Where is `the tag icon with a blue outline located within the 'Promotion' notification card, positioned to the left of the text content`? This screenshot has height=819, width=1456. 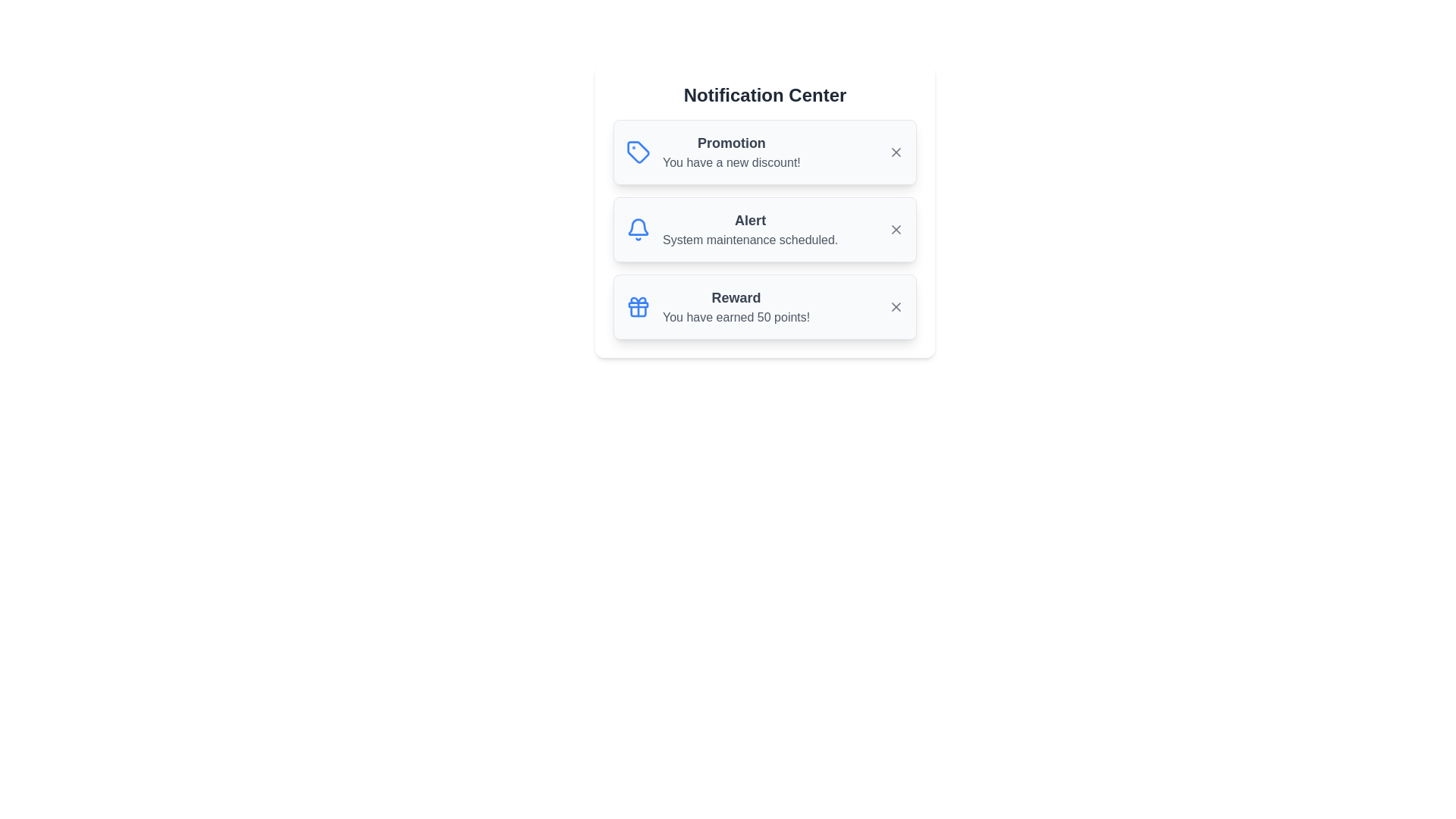
the tag icon with a blue outline located within the 'Promotion' notification card, positioned to the left of the text content is located at coordinates (638, 152).